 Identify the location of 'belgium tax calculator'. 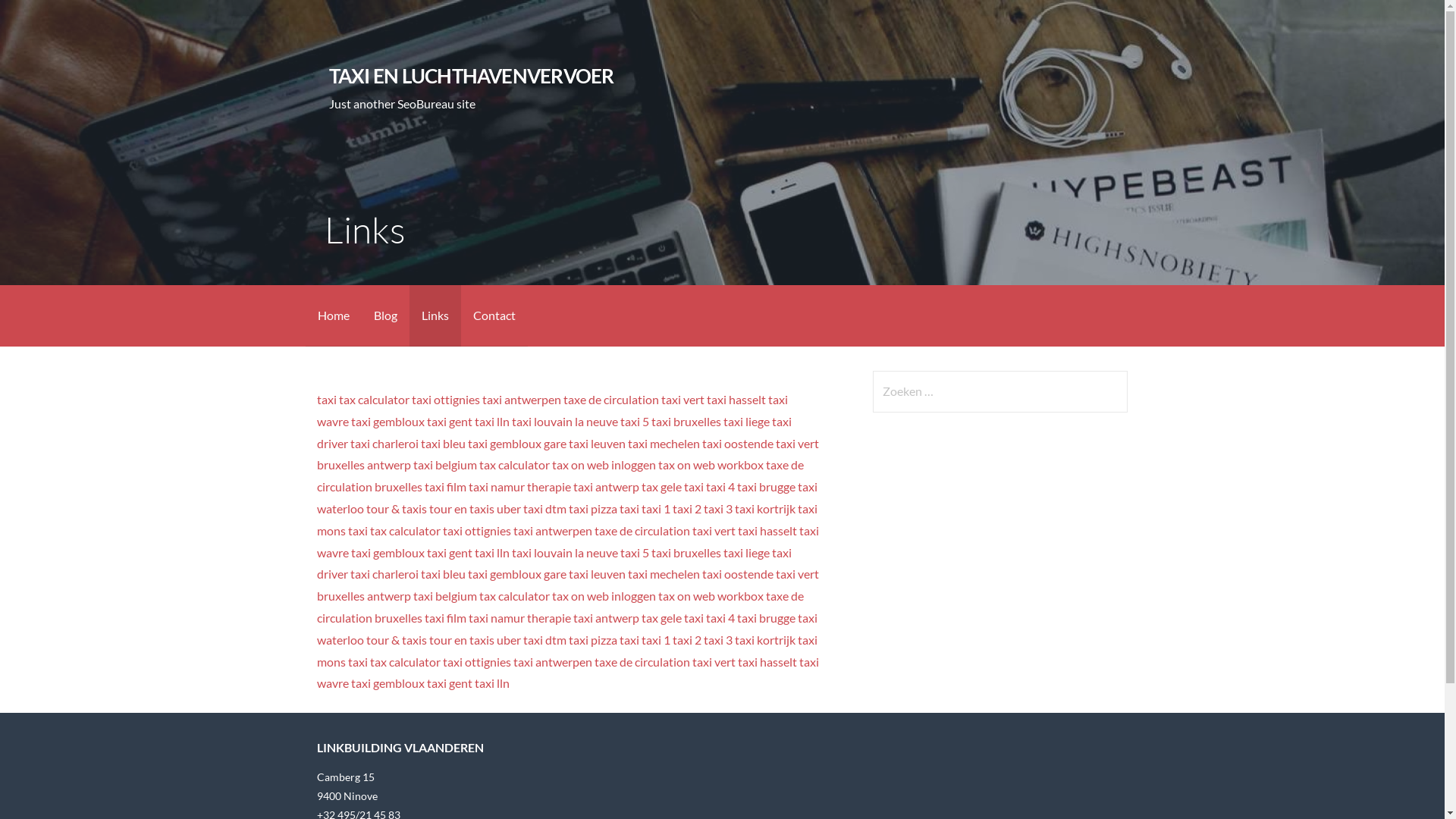
(492, 463).